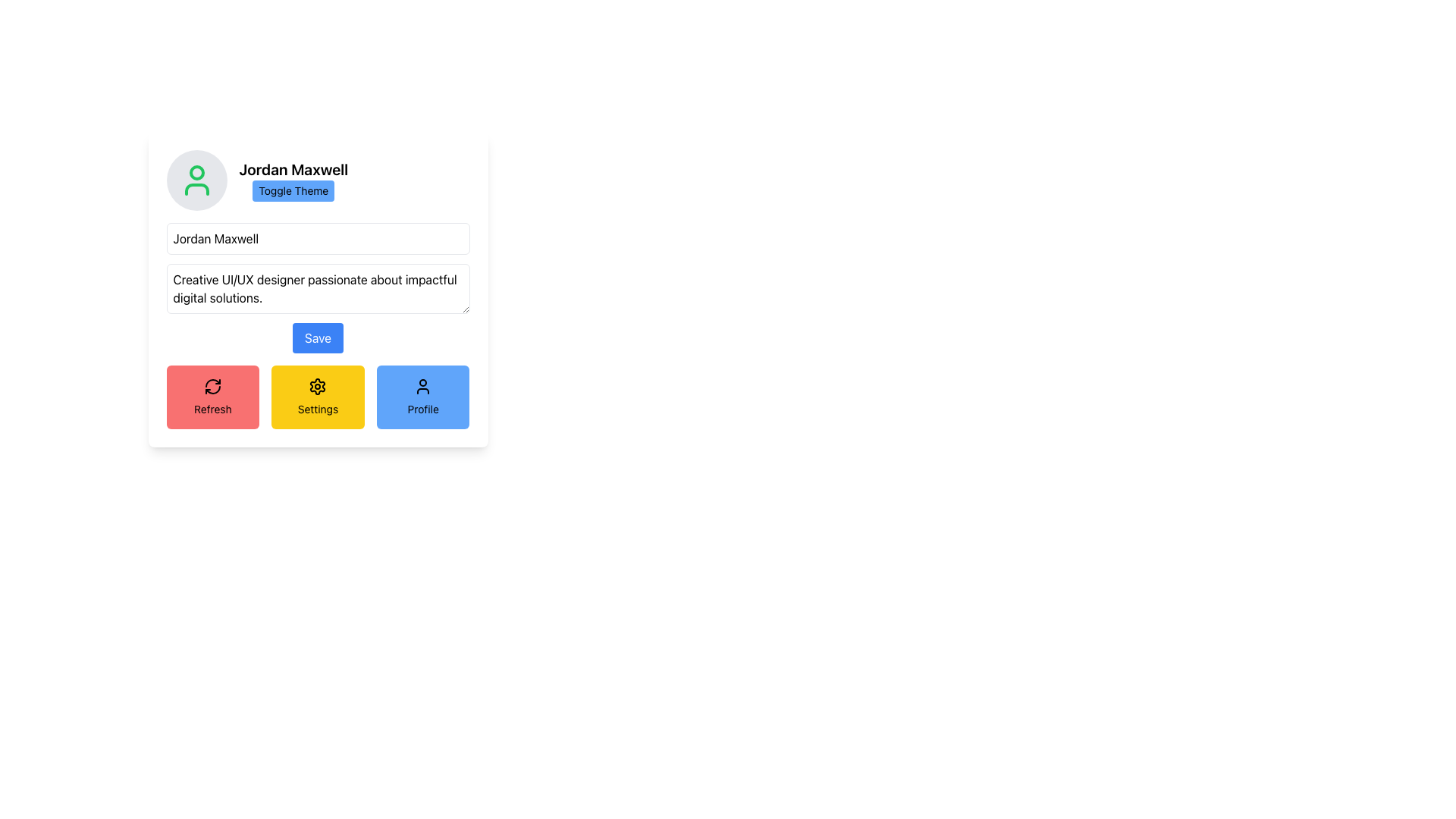 The width and height of the screenshot is (1456, 819). Describe the element at coordinates (317, 385) in the screenshot. I see `the 'Settings' button icon located at the center of the three buttons at the bottom of the card interface` at that location.